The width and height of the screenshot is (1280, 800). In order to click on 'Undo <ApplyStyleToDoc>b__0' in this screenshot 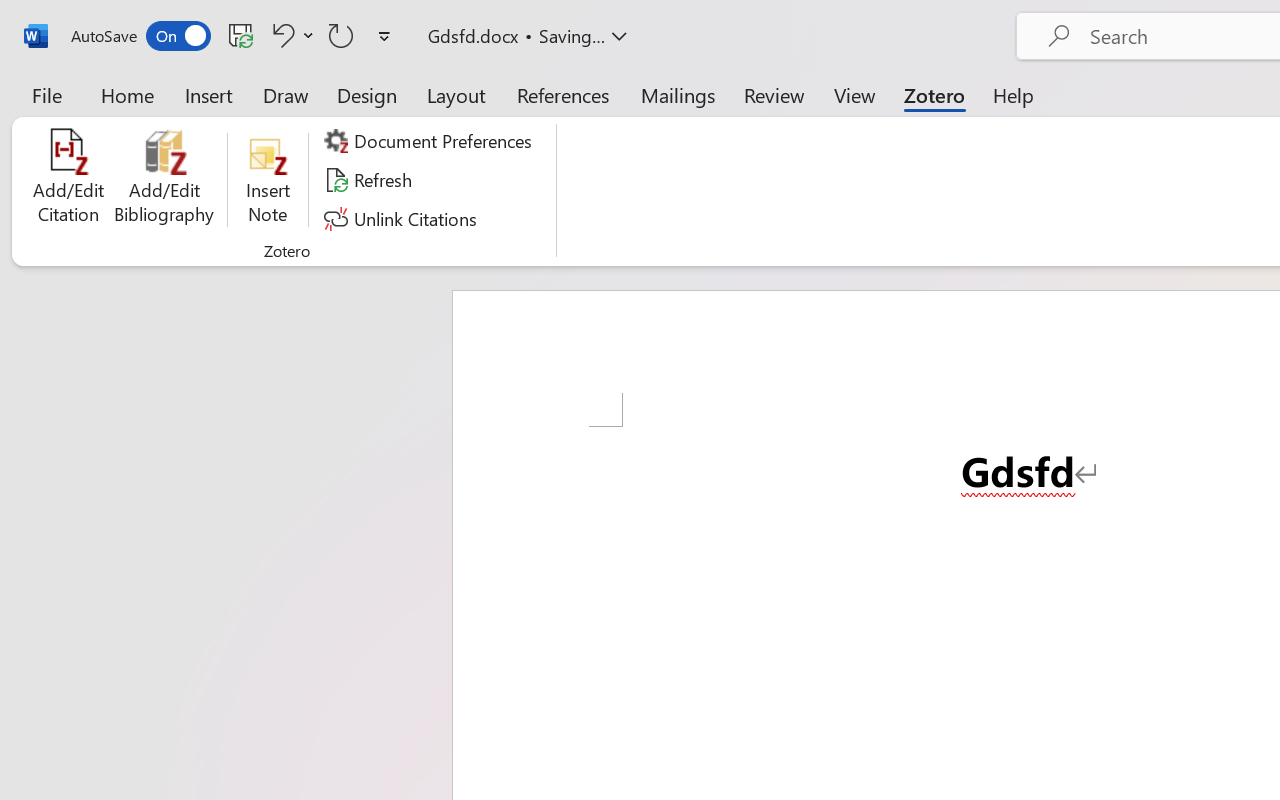, I will do `click(289, 34)`.